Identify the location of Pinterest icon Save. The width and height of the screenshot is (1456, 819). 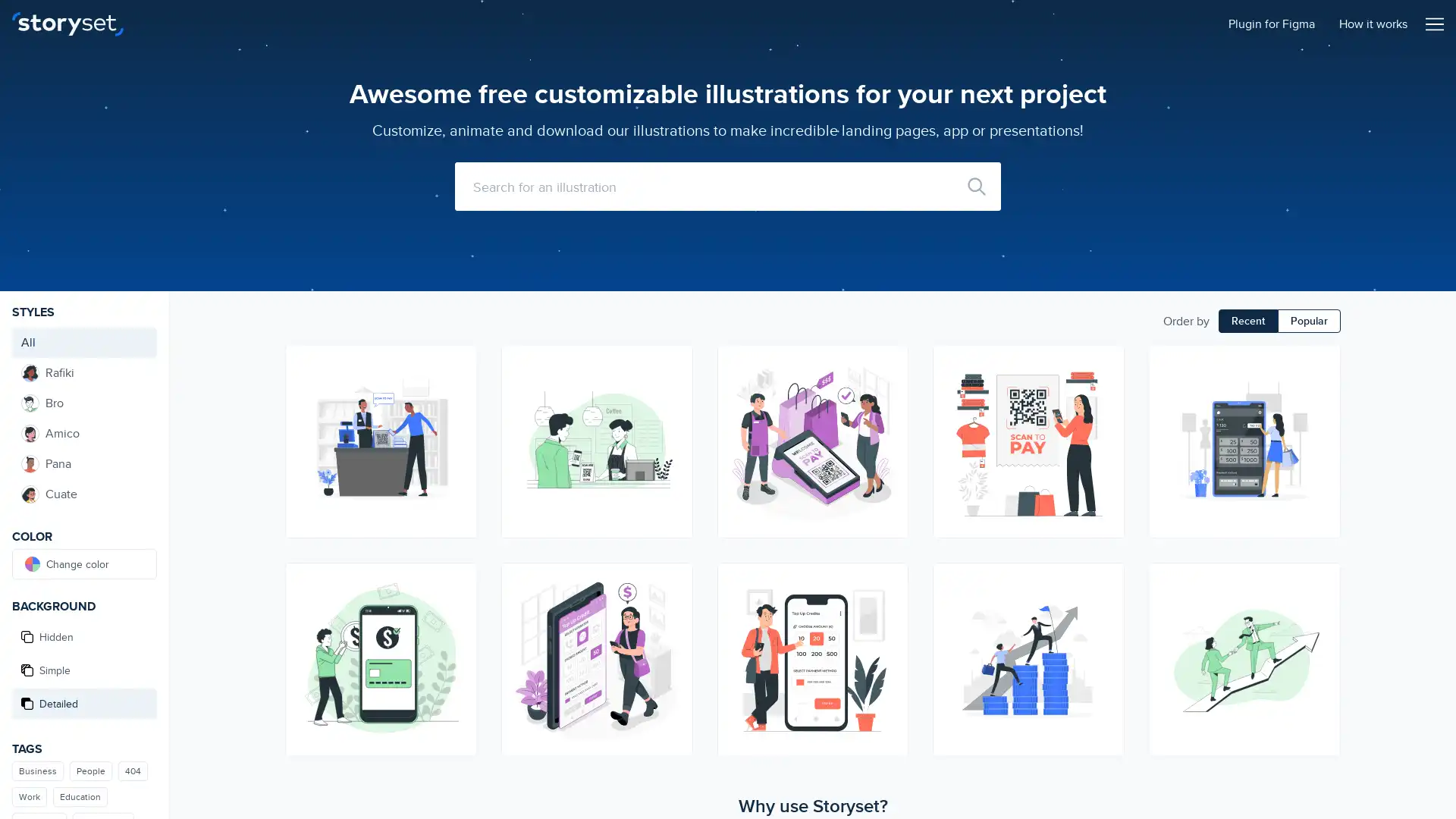
(457, 418).